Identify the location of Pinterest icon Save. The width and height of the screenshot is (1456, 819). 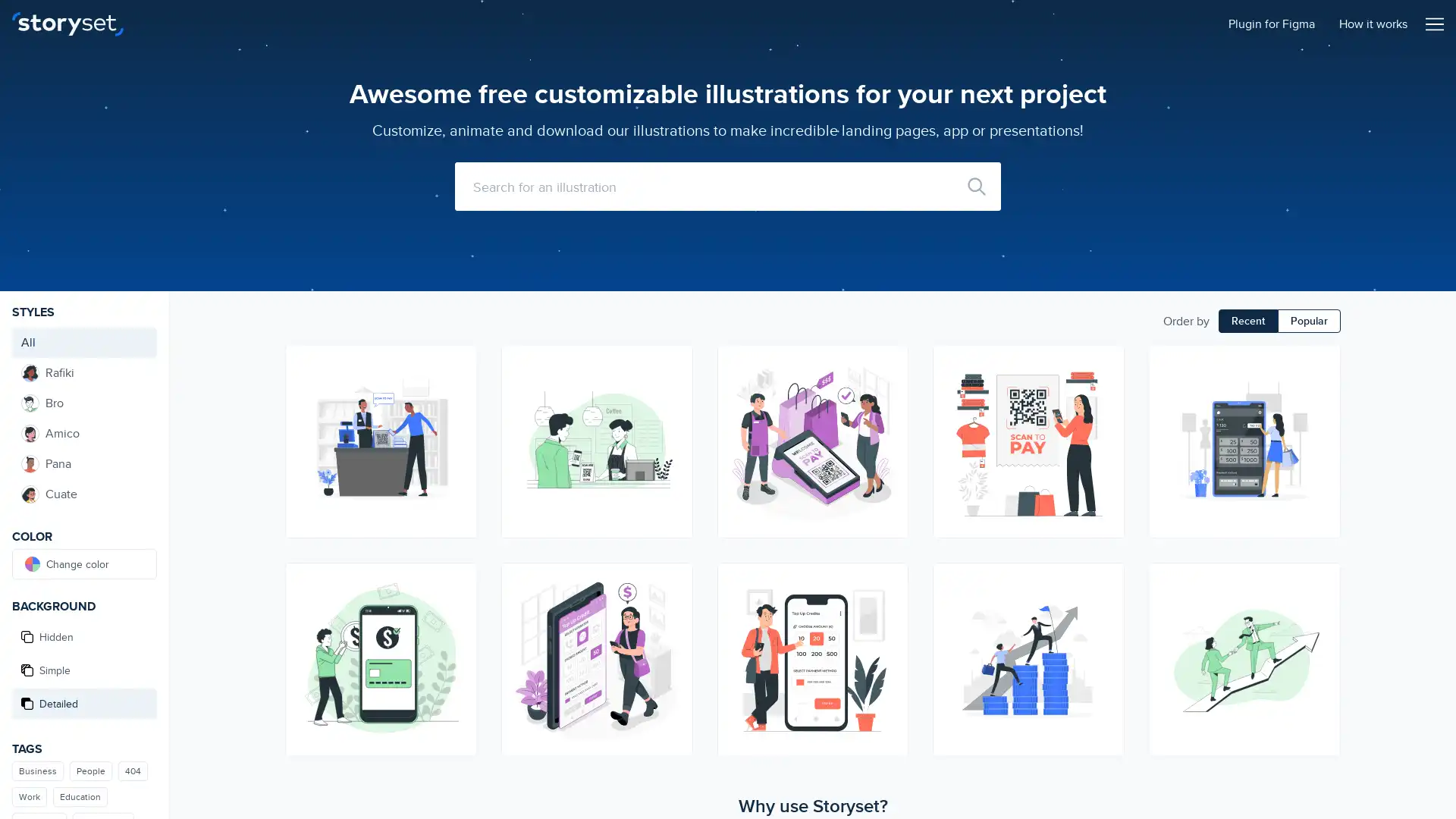
(457, 418).